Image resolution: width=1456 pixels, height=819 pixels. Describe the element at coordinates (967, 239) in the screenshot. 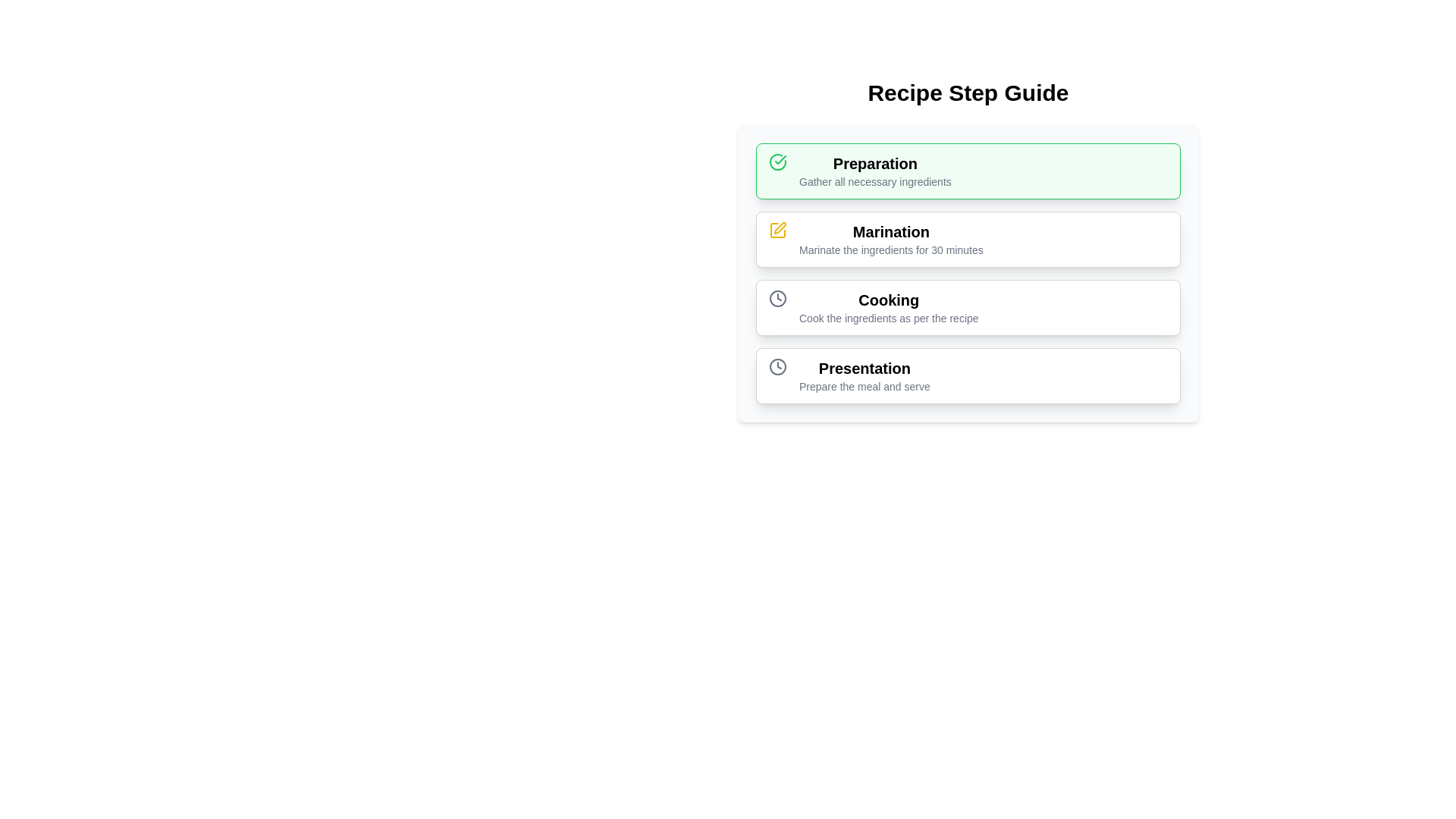

I see `the informational box titled 'Marination'` at that location.